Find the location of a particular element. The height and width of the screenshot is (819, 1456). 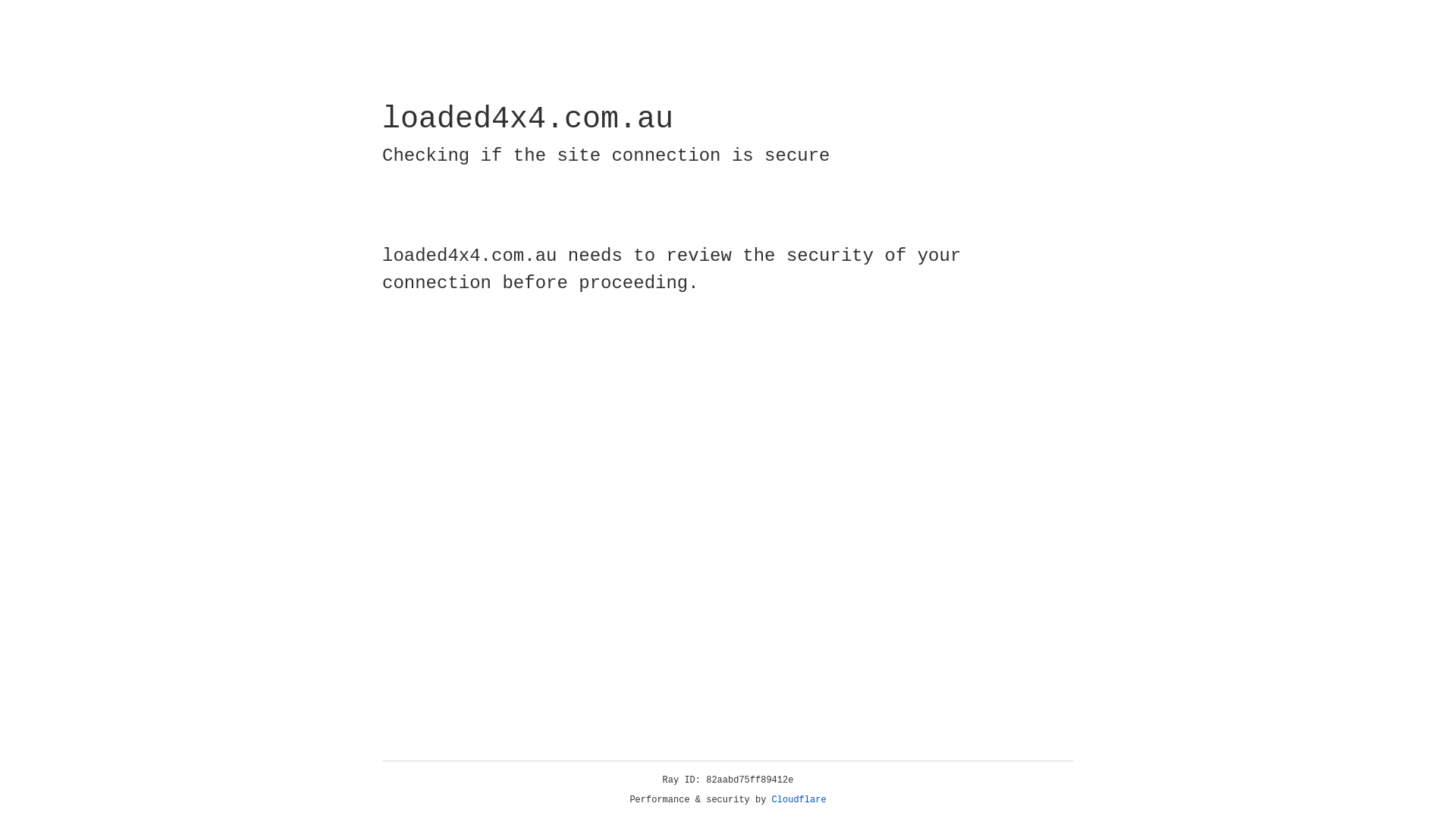

'Cloudflare' is located at coordinates (799, 799).